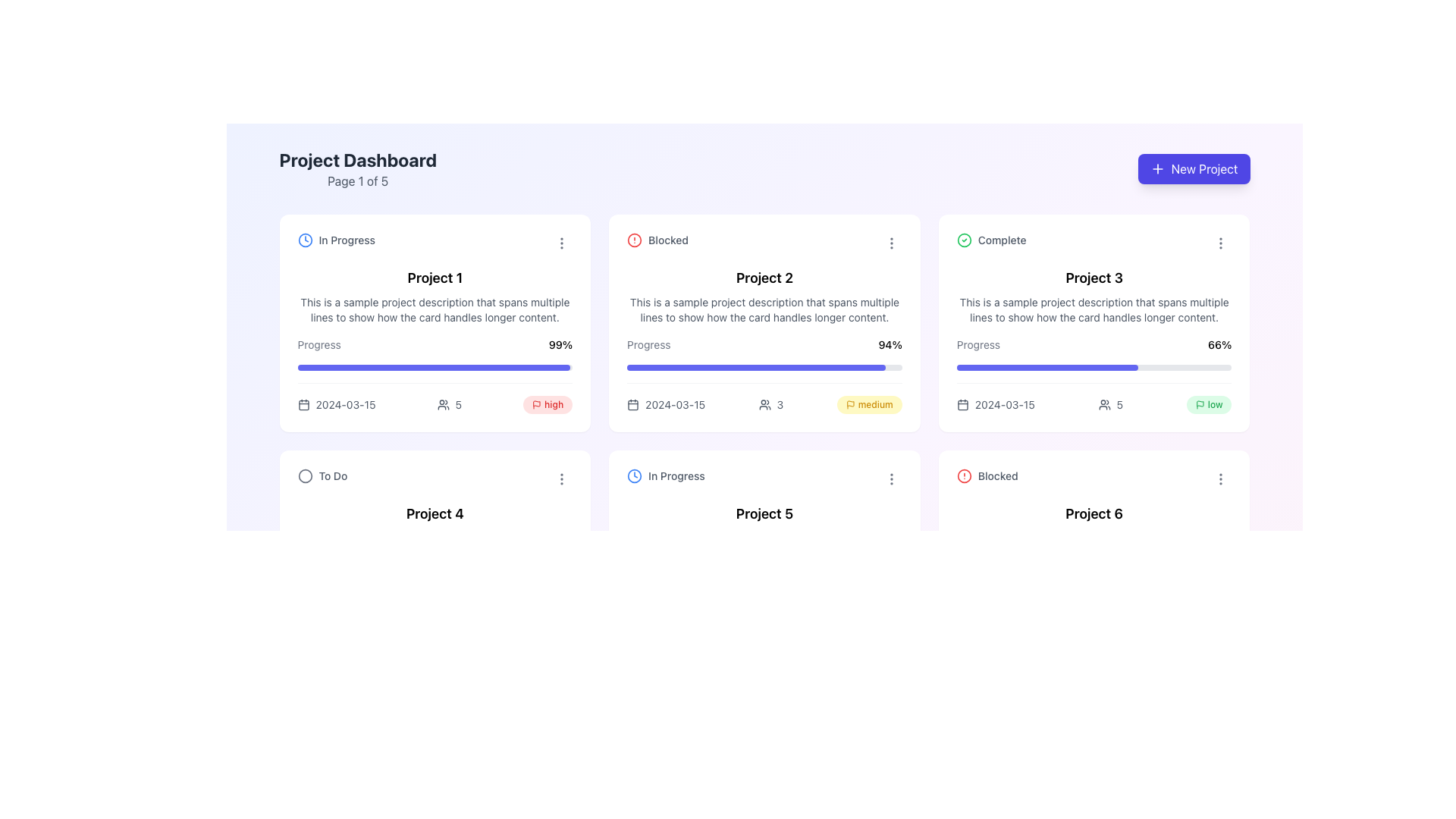 The image size is (1456, 819). Describe the element at coordinates (963, 239) in the screenshot. I see `the SVG Circle indicating the completion status of Project 3, positioned before the 'Complete' label in the project card` at that location.